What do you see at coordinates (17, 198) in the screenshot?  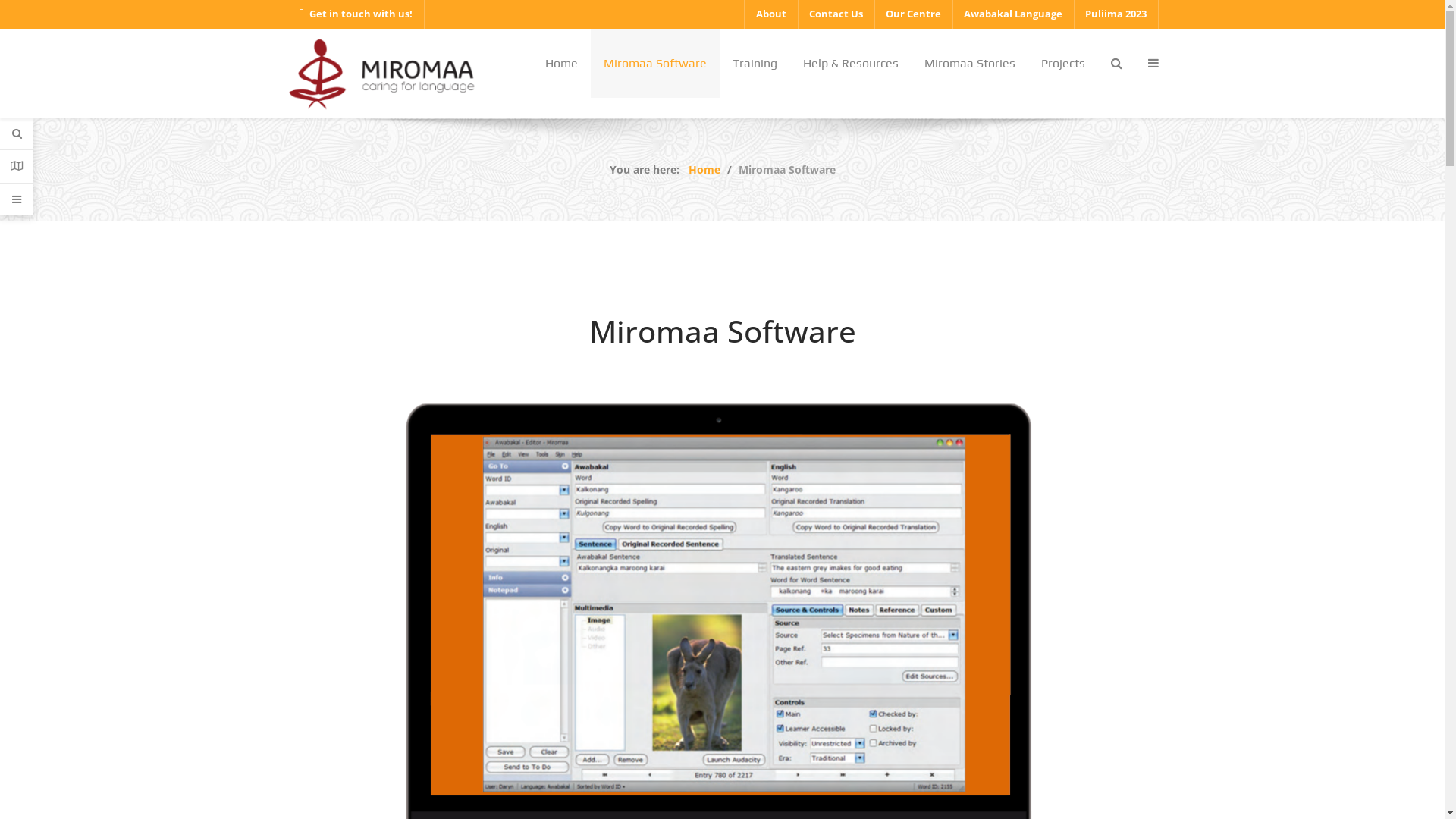 I see `'Support'` at bounding box center [17, 198].